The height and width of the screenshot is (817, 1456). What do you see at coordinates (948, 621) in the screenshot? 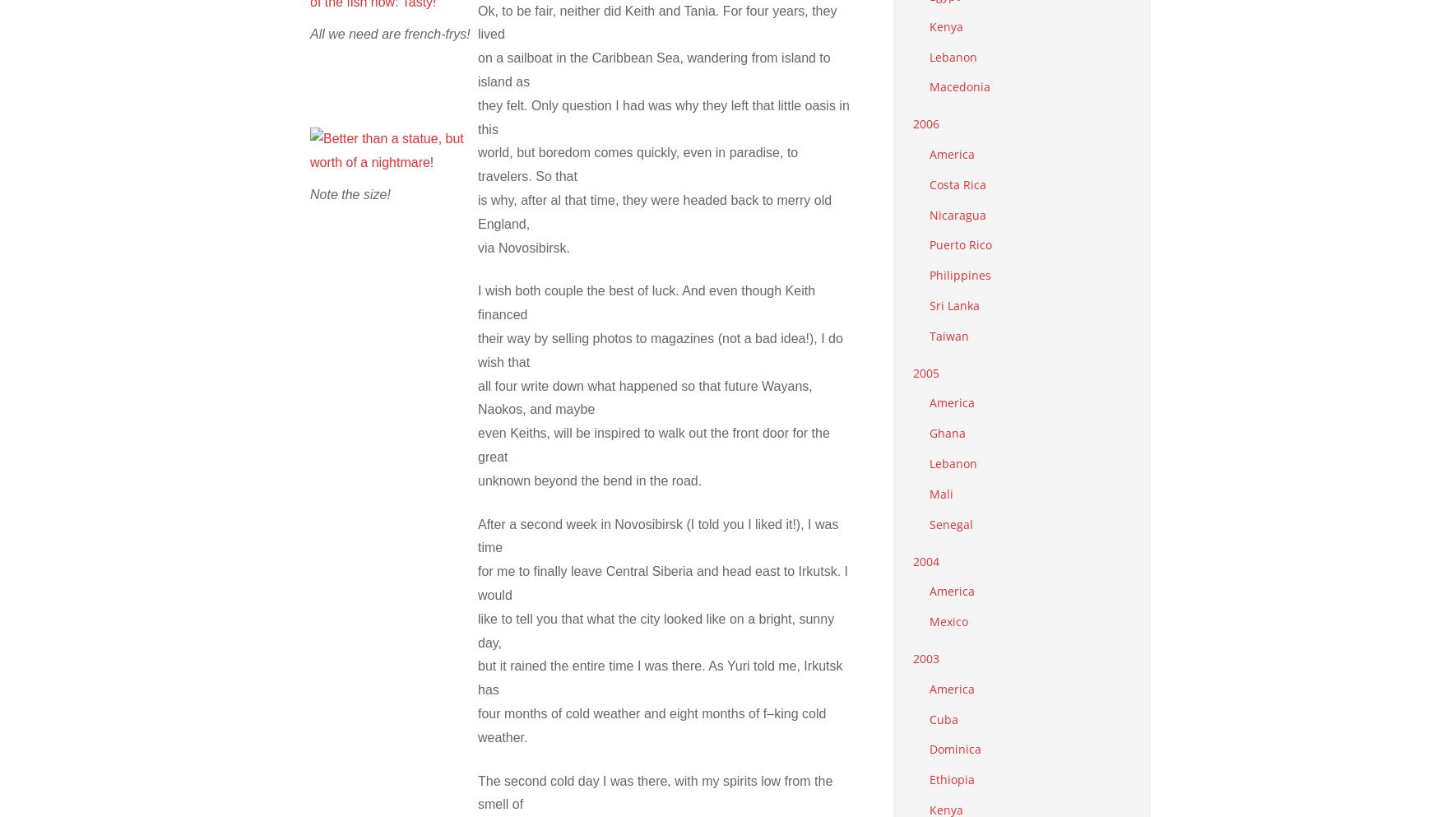
I see `'Mexico'` at bounding box center [948, 621].